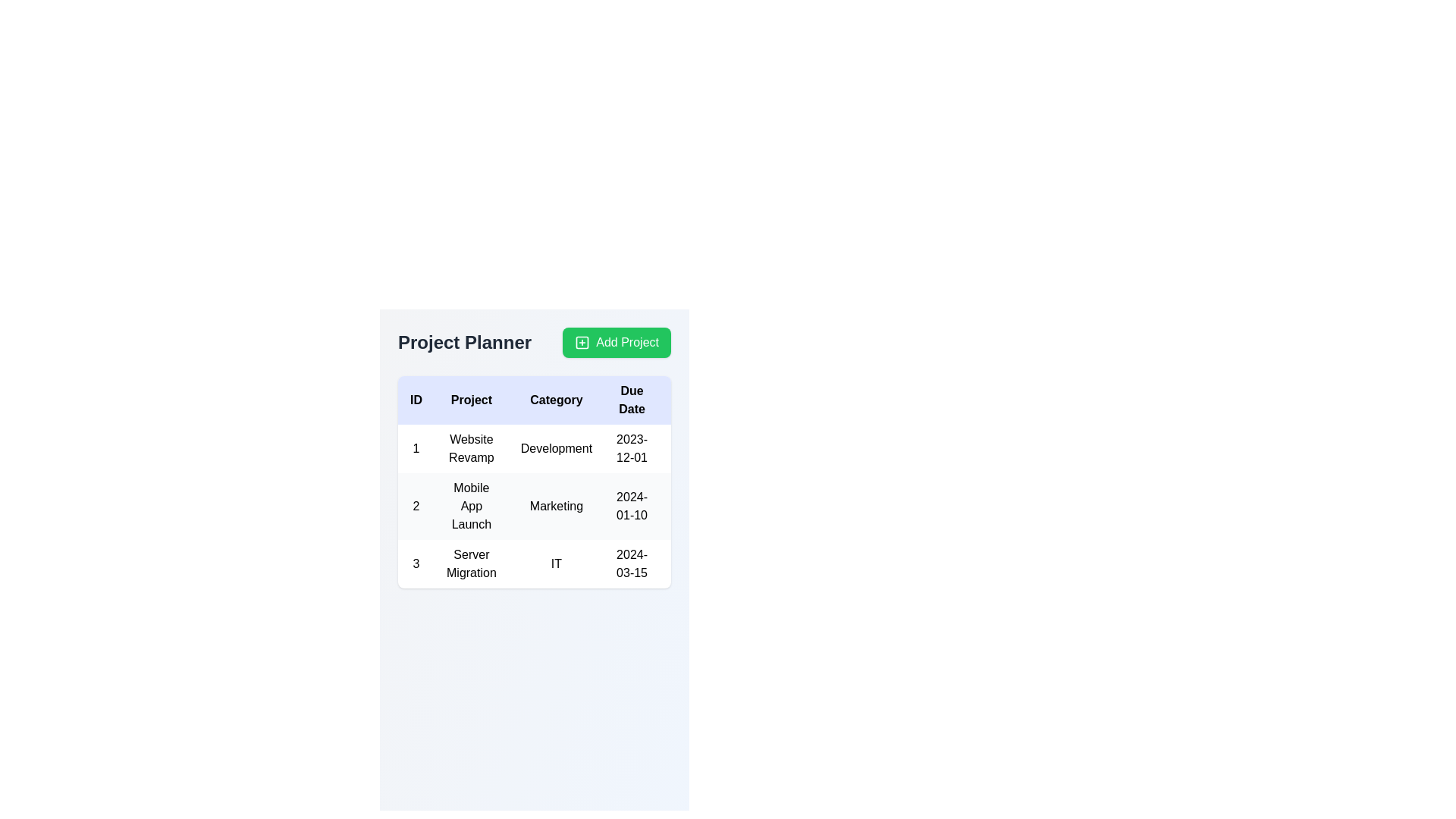 The width and height of the screenshot is (1456, 819). Describe the element at coordinates (416, 506) in the screenshot. I see `text label element displaying the digit '2' located in the first column under the 'ID' header in the project management table` at that location.